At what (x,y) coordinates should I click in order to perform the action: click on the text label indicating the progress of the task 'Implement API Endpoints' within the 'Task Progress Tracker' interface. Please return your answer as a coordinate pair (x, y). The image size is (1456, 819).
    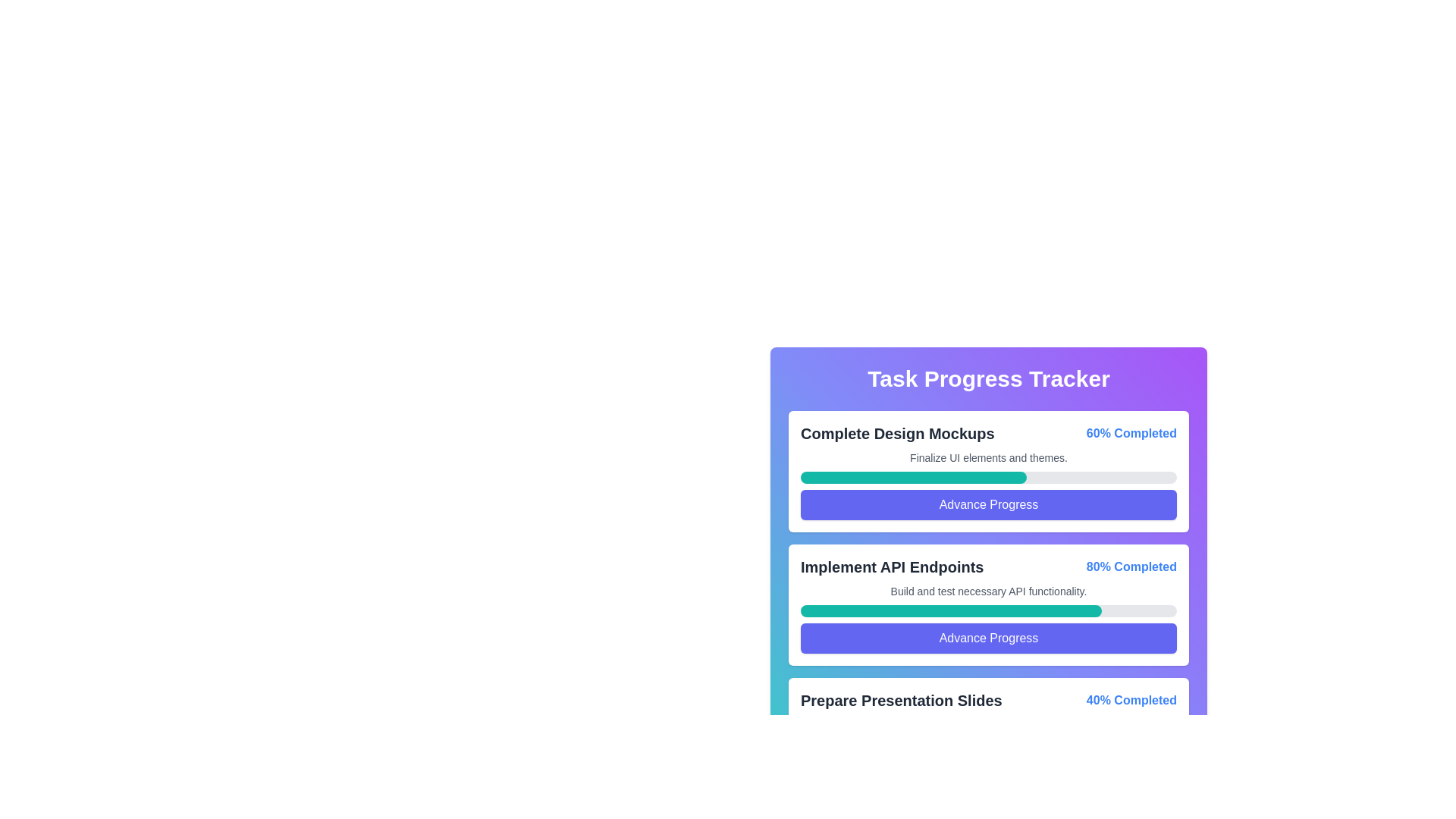
    Looking at the image, I should click on (1131, 567).